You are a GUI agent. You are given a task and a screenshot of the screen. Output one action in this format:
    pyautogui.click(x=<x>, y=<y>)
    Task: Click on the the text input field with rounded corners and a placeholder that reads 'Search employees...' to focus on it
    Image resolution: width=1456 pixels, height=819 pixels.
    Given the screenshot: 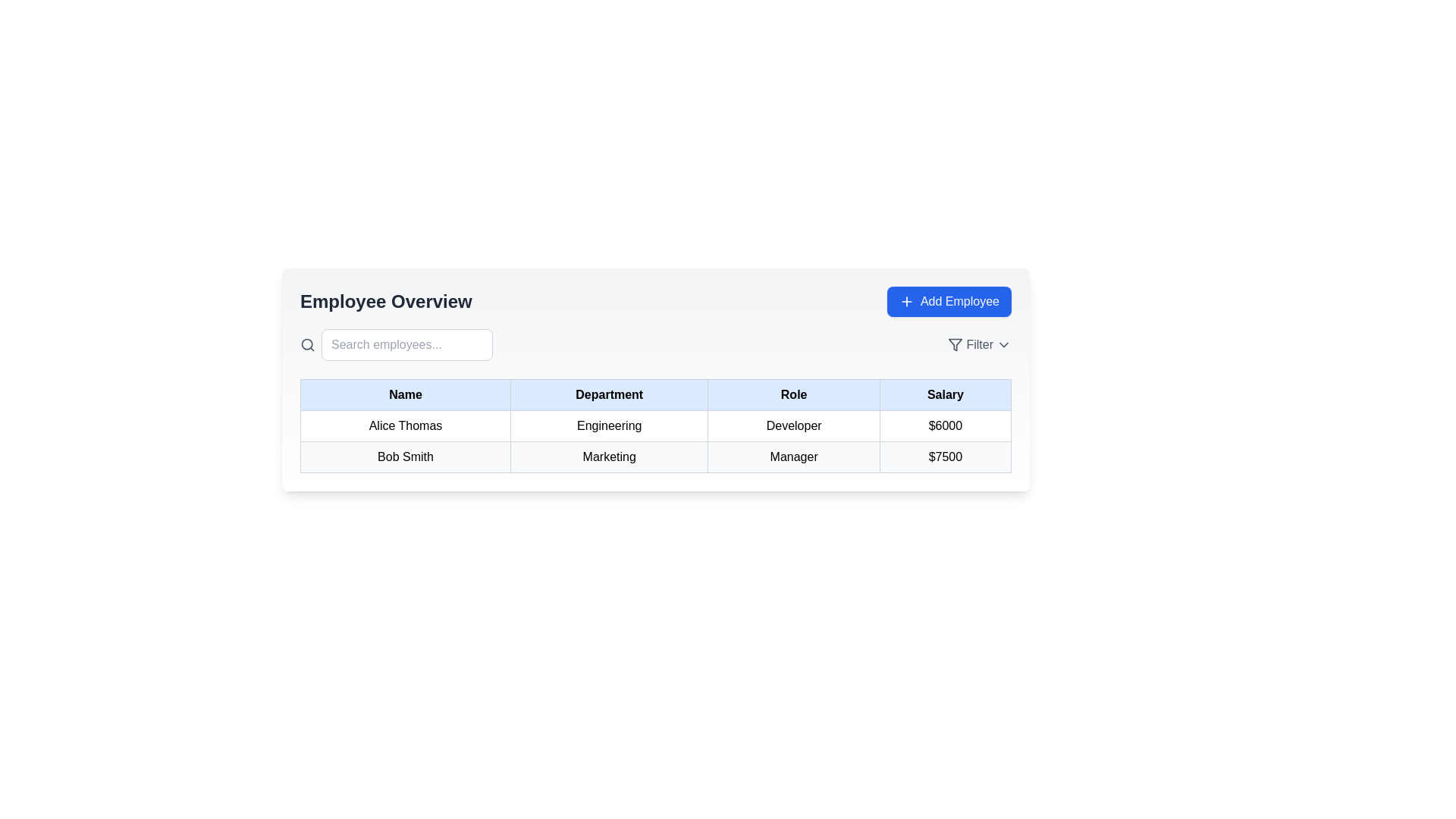 What is the action you would take?
    pyautogui.click(x=407, y=345)
    